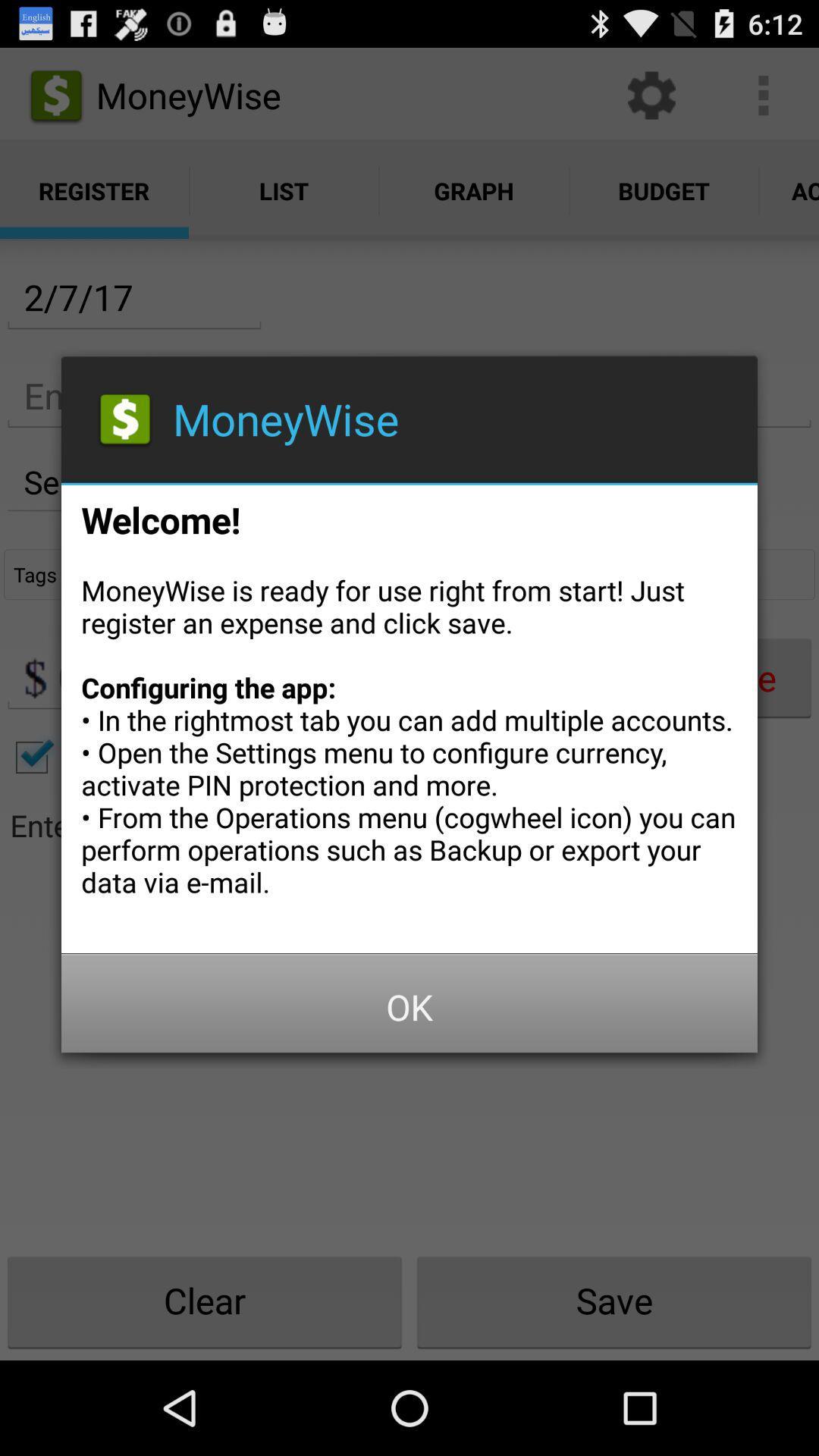 The height and width of the screenshot is (1456, 819). What do you see at coordinates (409, 1007) in the screenshot?
I see `the icon below welcome moneywise is` at bounding box center [409, 1007].